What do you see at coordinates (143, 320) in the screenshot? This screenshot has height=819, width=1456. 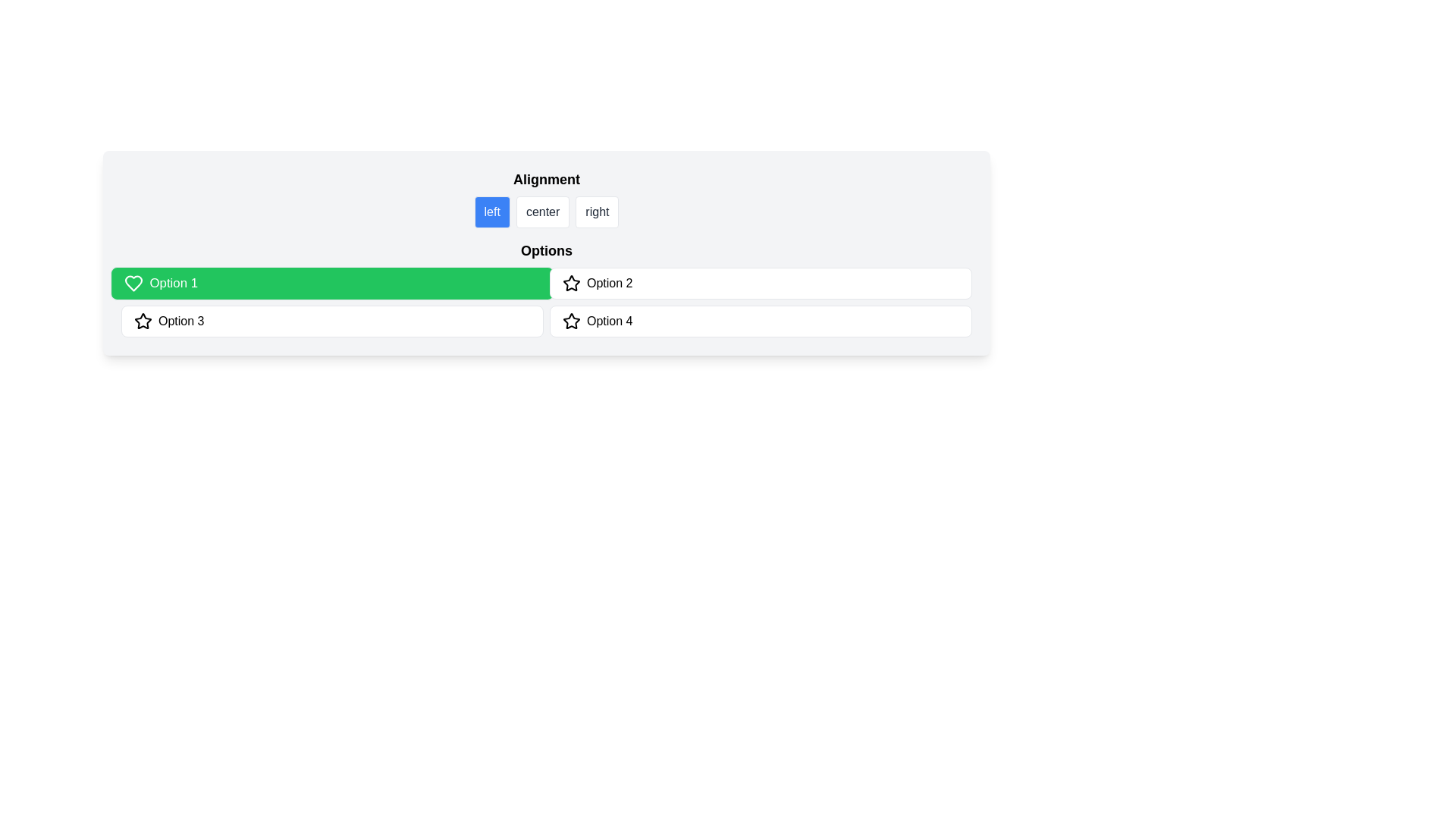 I see `the star-shaped icon located to the left of the text 'Option 2' in the second row of options` at bounding box center [143, 320].